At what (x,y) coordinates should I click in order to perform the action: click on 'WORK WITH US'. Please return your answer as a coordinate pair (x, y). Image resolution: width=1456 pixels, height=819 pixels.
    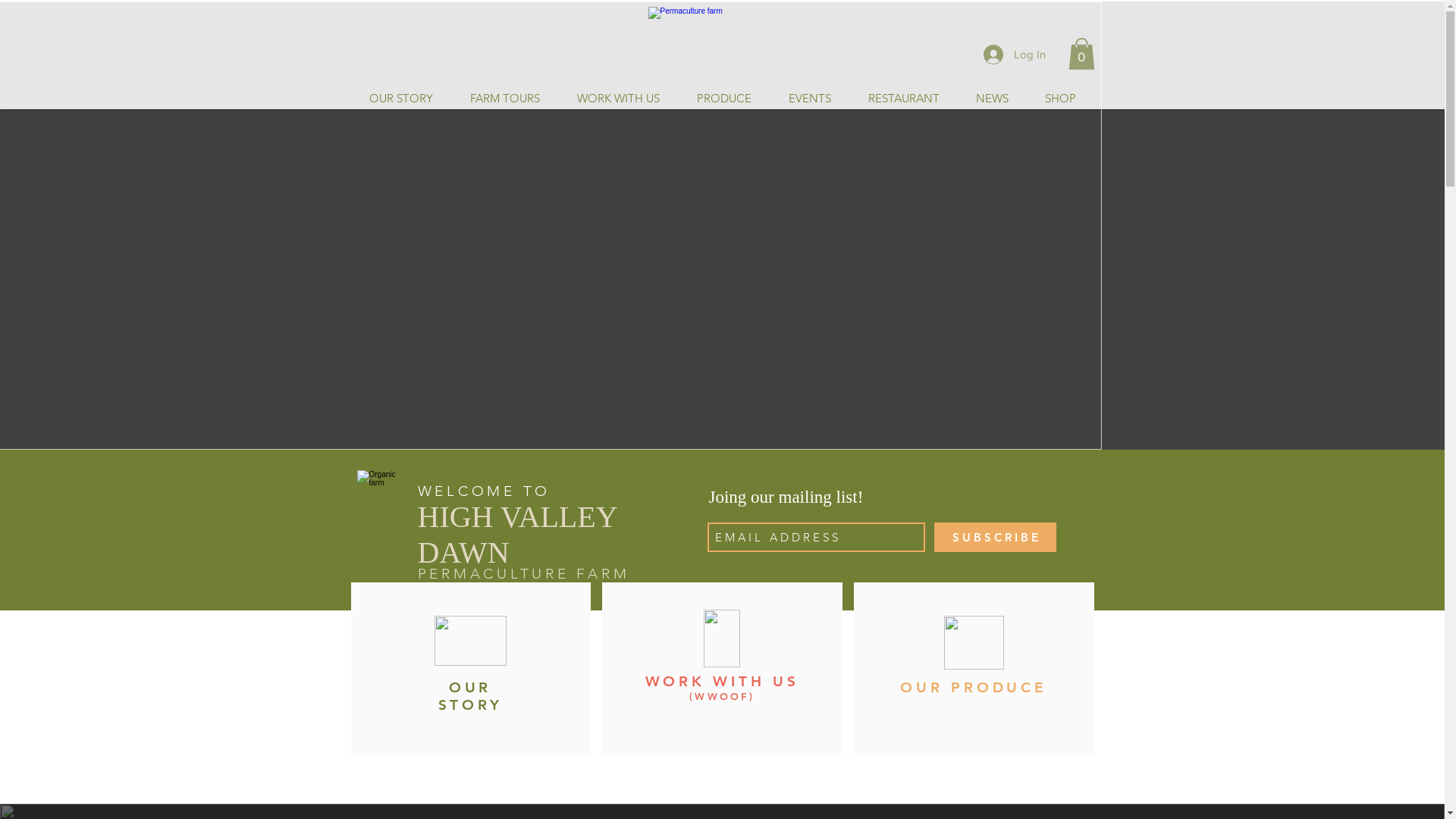
    Looking at the image, I should click on (720, 680).